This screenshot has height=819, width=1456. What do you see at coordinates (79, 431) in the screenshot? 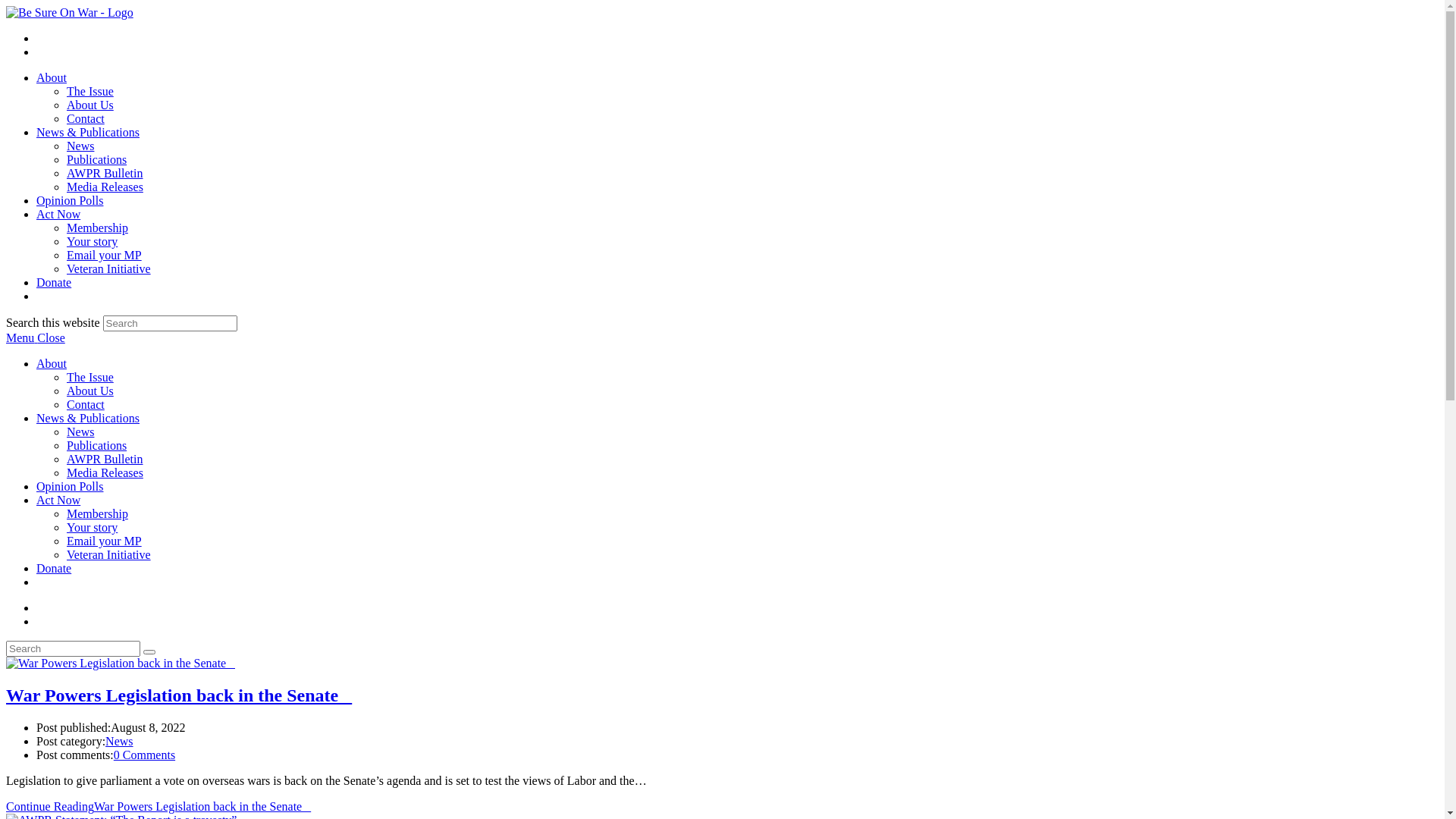
I see `'News'` at bounding box center [79, 431].